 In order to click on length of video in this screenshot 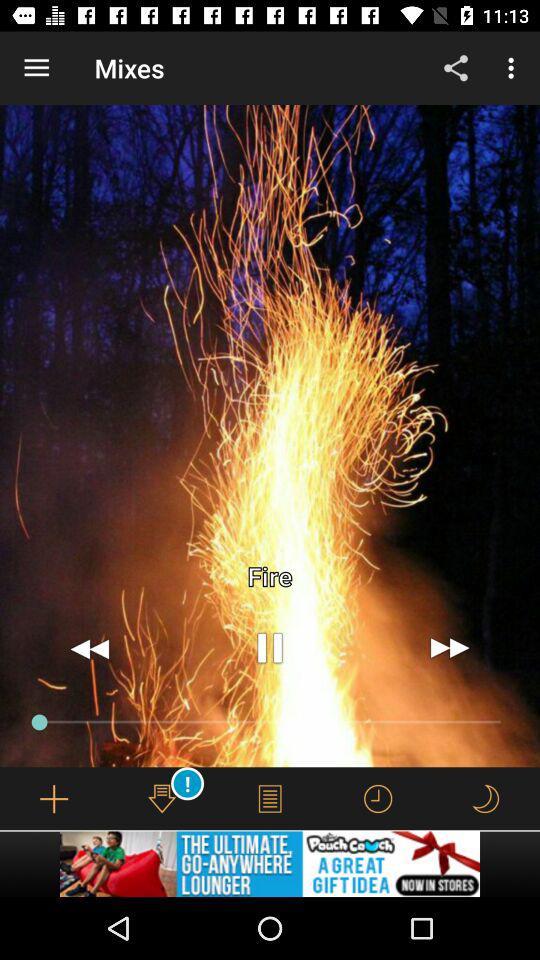, I will do `click(378, 798)`.